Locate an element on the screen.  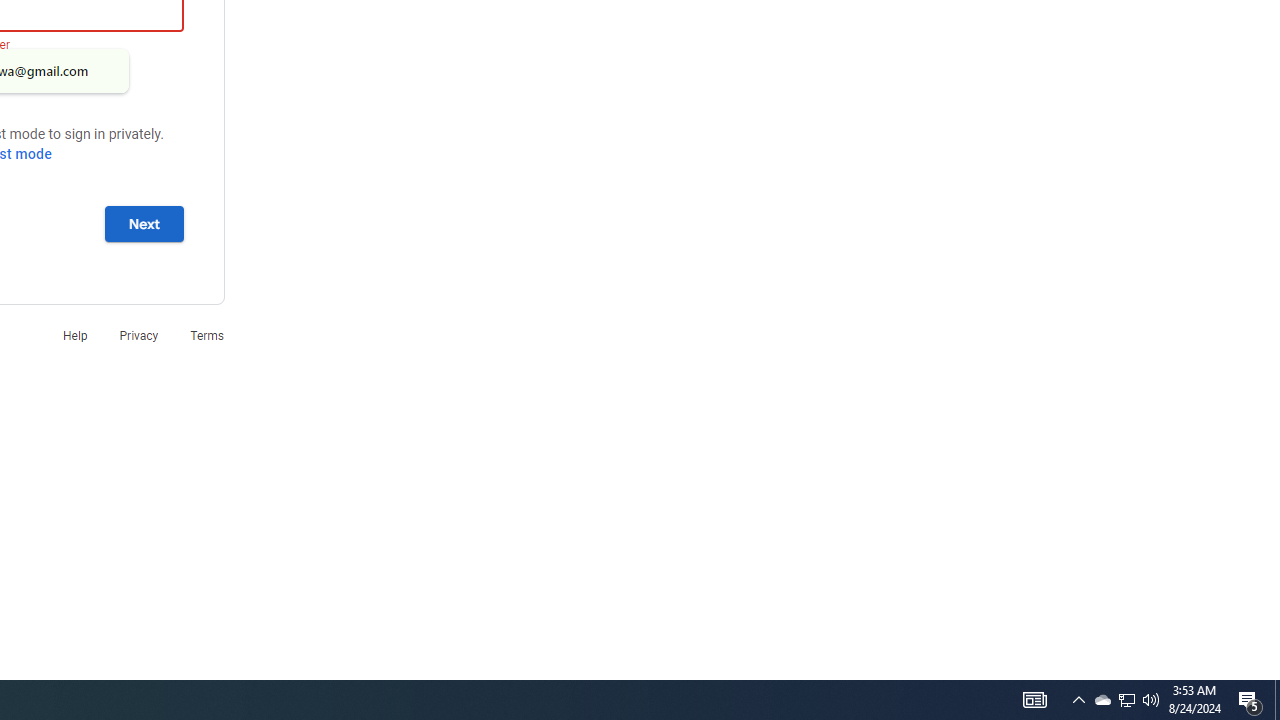
'Privacy' is located at coordinates (137, 334).